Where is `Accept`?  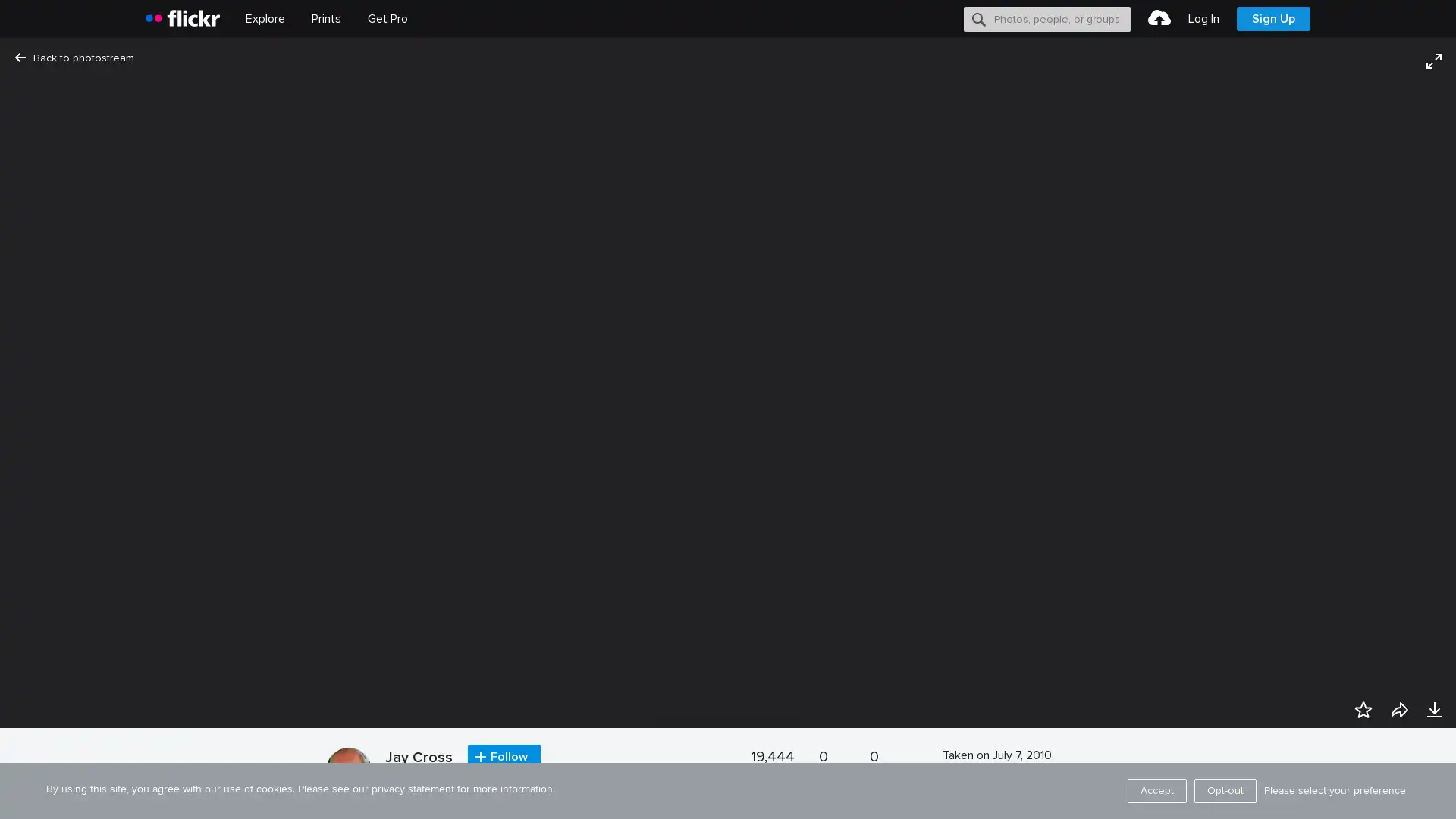 Accept is located at coordinates (1156, 789).